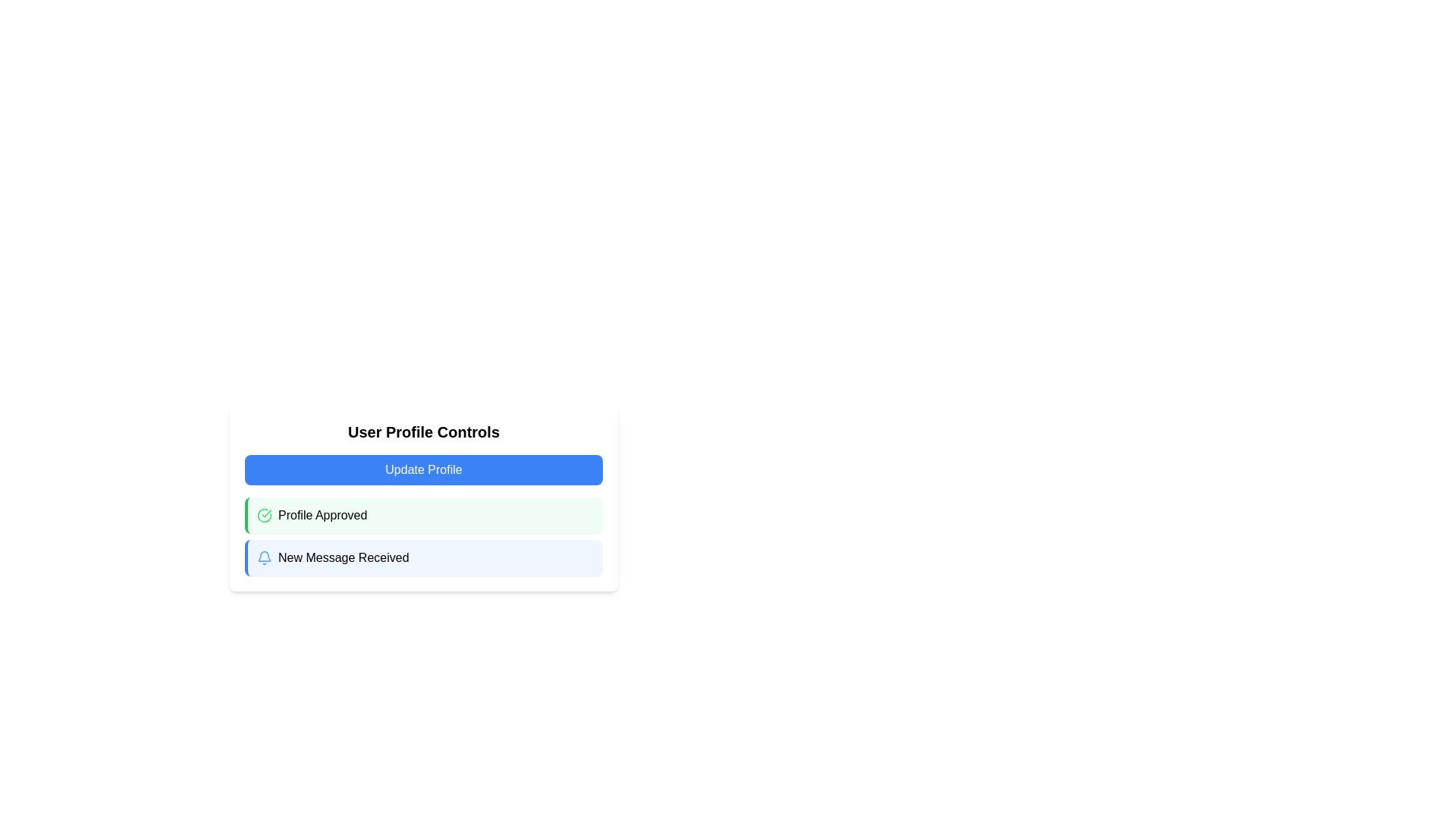 The width and height of the screenshot is (1456, 819). I want to click on the notification box that indicates a new incoming message, located below the 'Profile Approved' notification, so click(423, 558).